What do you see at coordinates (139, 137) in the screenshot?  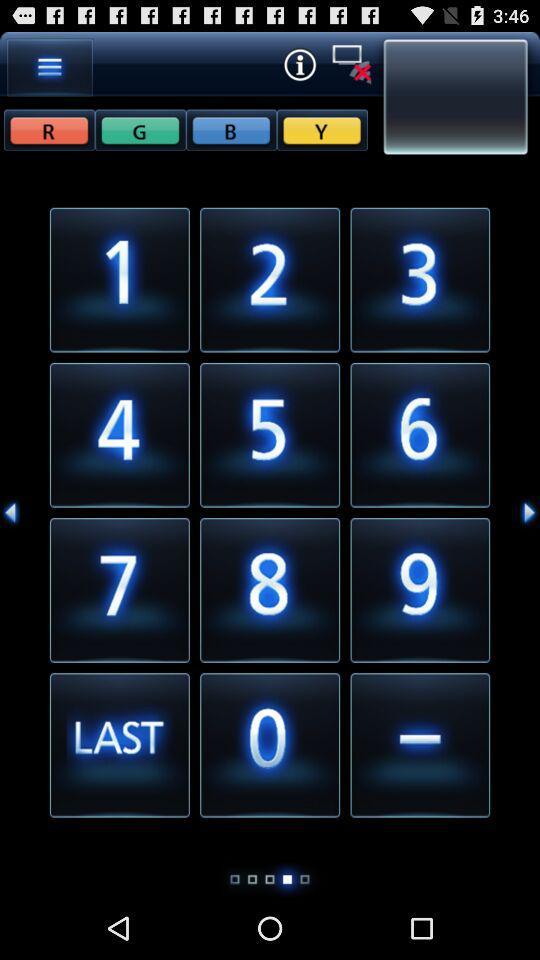 I see `the facebook icon` at bounding box center [139, 137].